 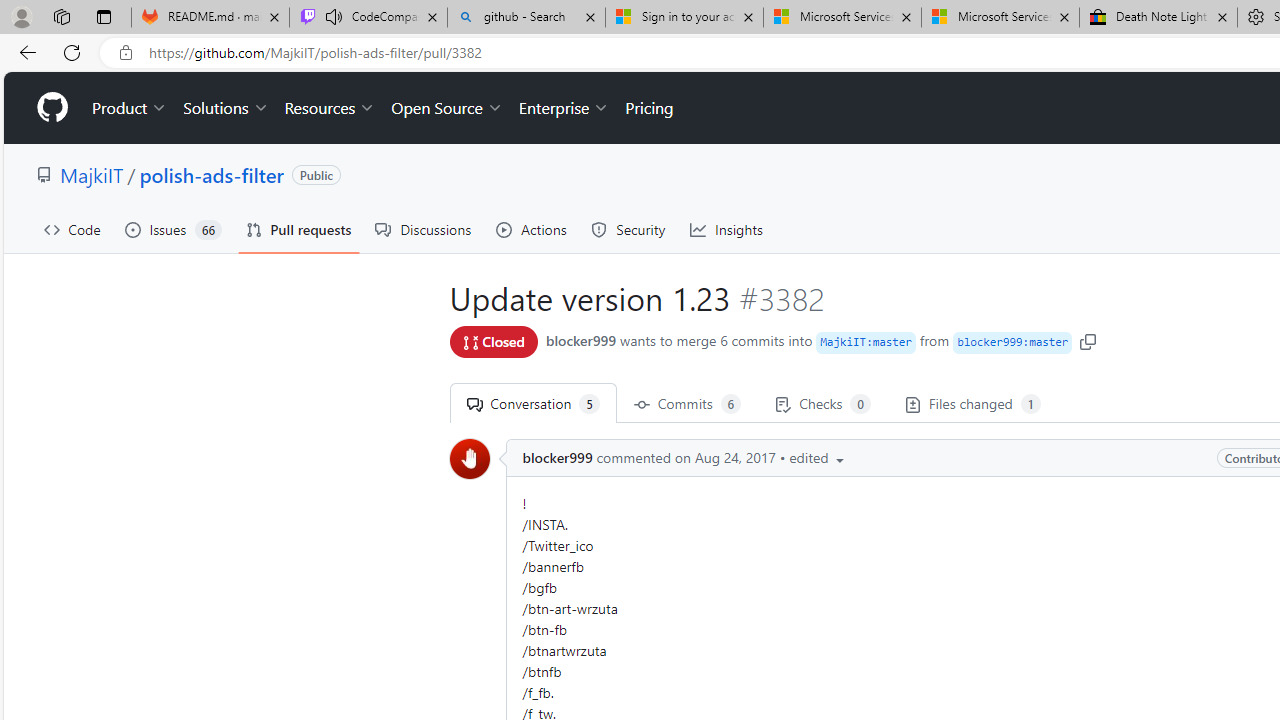 What do you see at coordinates (72, 229) in the screenshot?
I see `'Code'` at bounding box center [72, 229].